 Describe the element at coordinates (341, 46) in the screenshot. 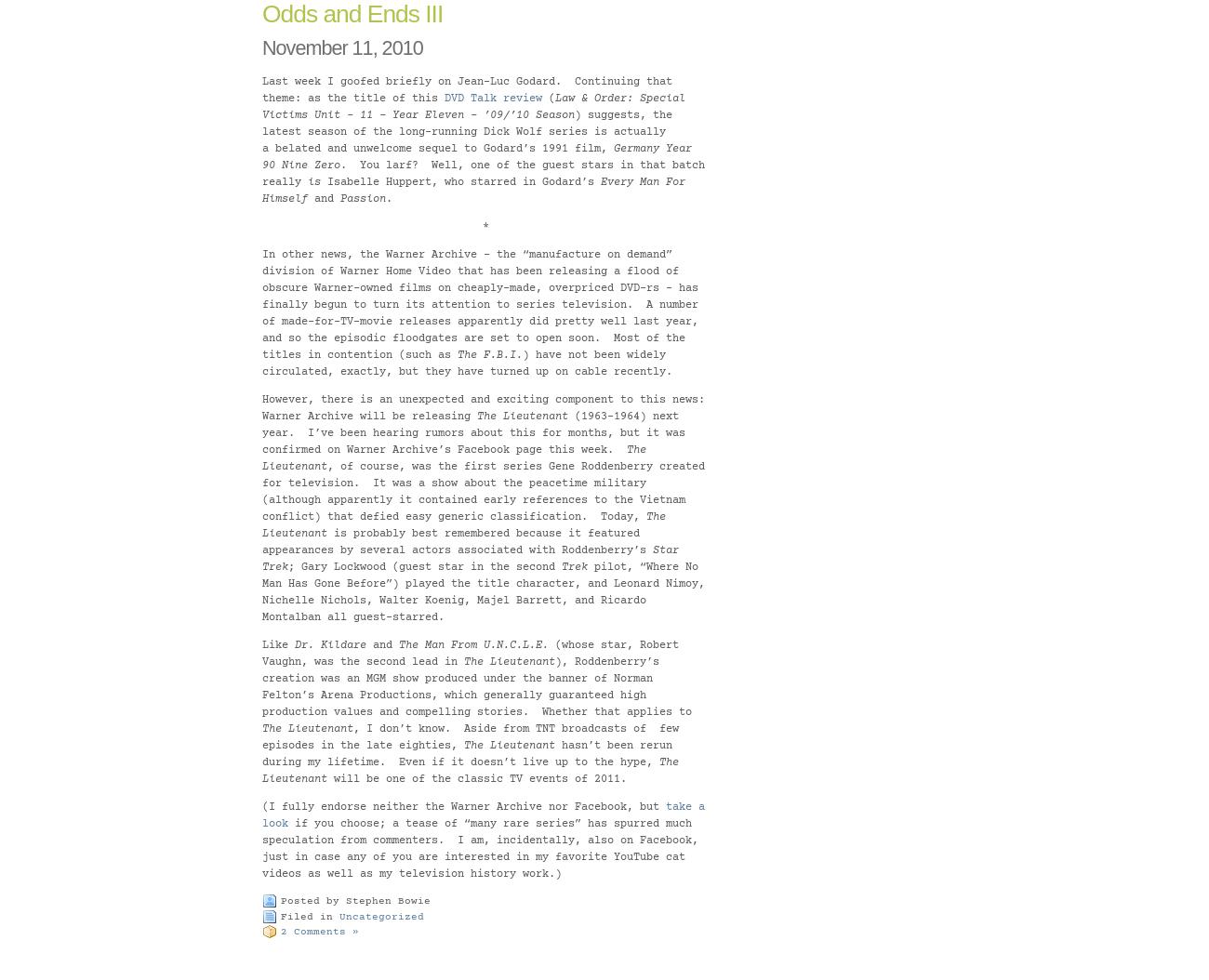

I see `'November 11, 2010'` at that location.